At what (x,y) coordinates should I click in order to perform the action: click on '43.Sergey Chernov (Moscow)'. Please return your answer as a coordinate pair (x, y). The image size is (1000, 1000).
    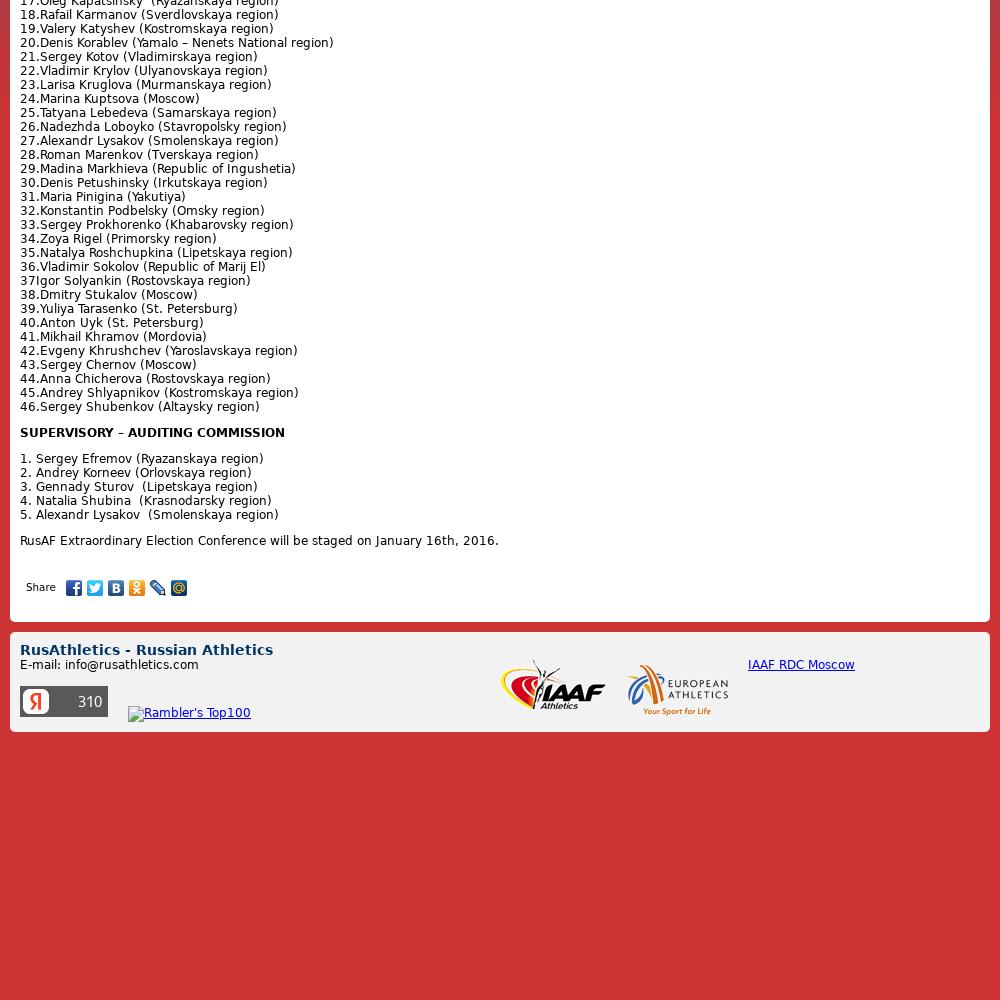
    Looking at the image, I should click on (107, 364).